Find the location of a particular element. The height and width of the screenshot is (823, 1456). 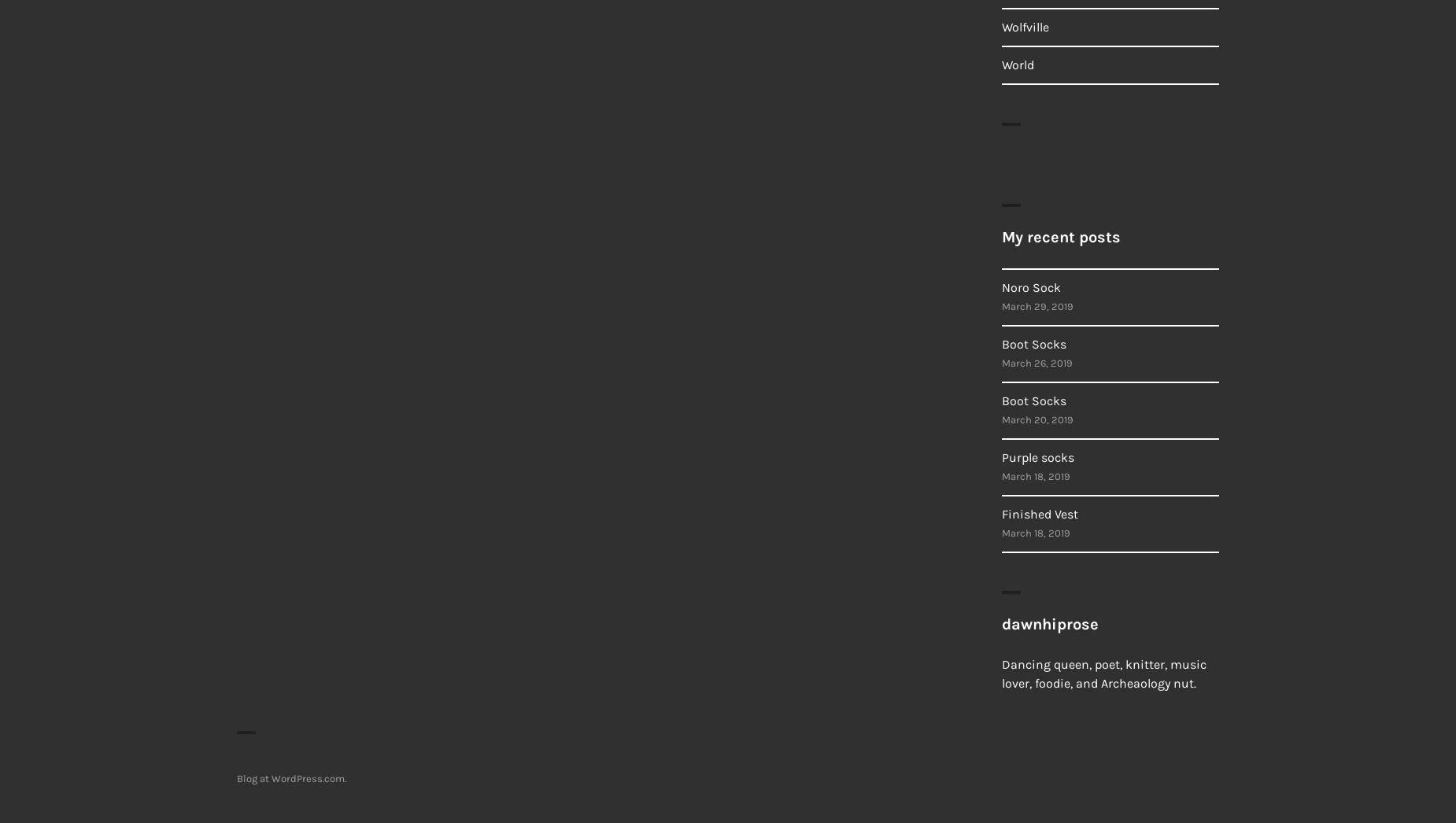

'Noro Sock' is located at coordinates (1030, 286).